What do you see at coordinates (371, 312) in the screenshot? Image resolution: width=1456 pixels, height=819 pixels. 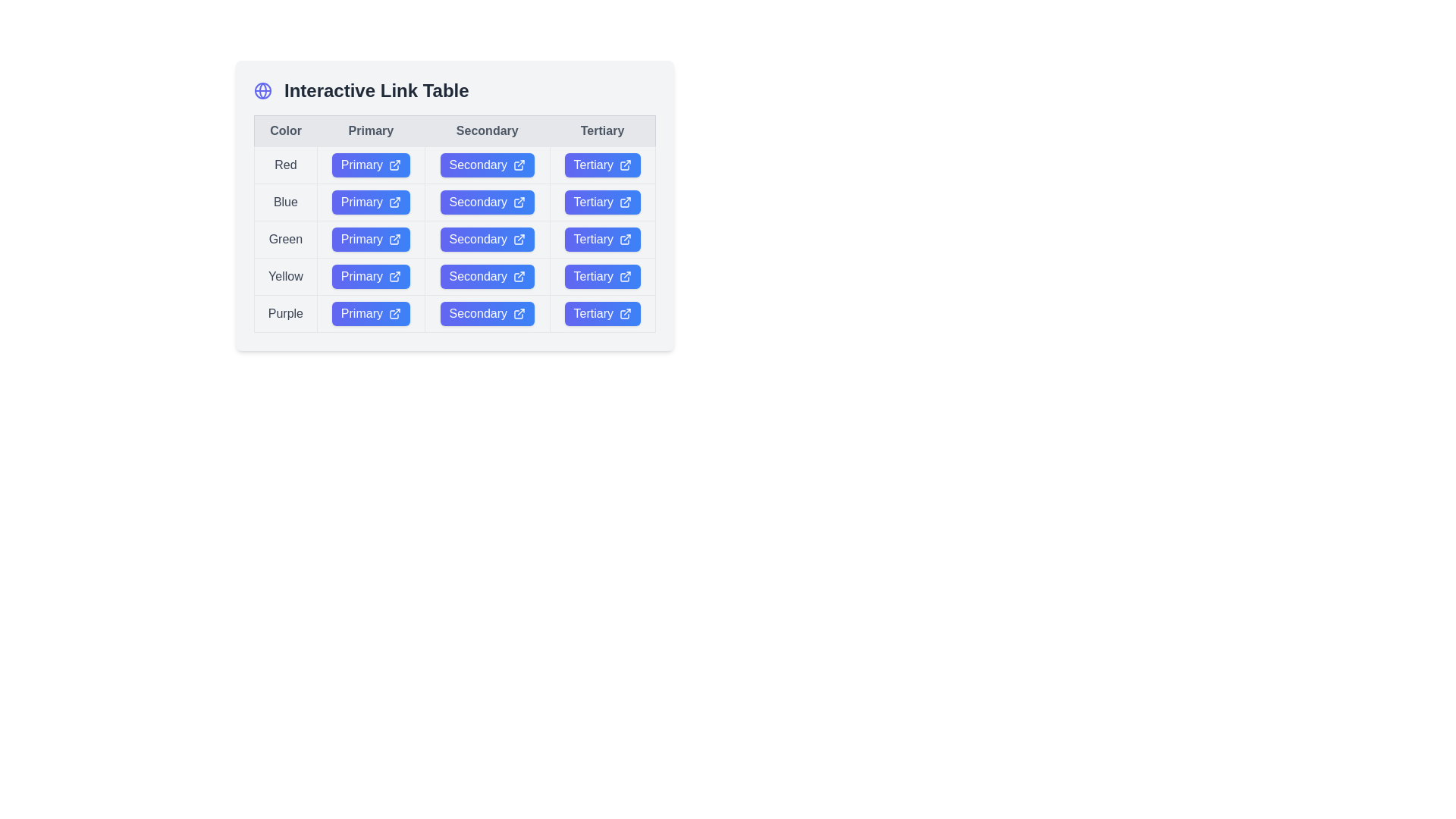 I see `the 'Primary' button with a gradient background transitioning from indigo to blue, located` at bounding box center [371, 312].